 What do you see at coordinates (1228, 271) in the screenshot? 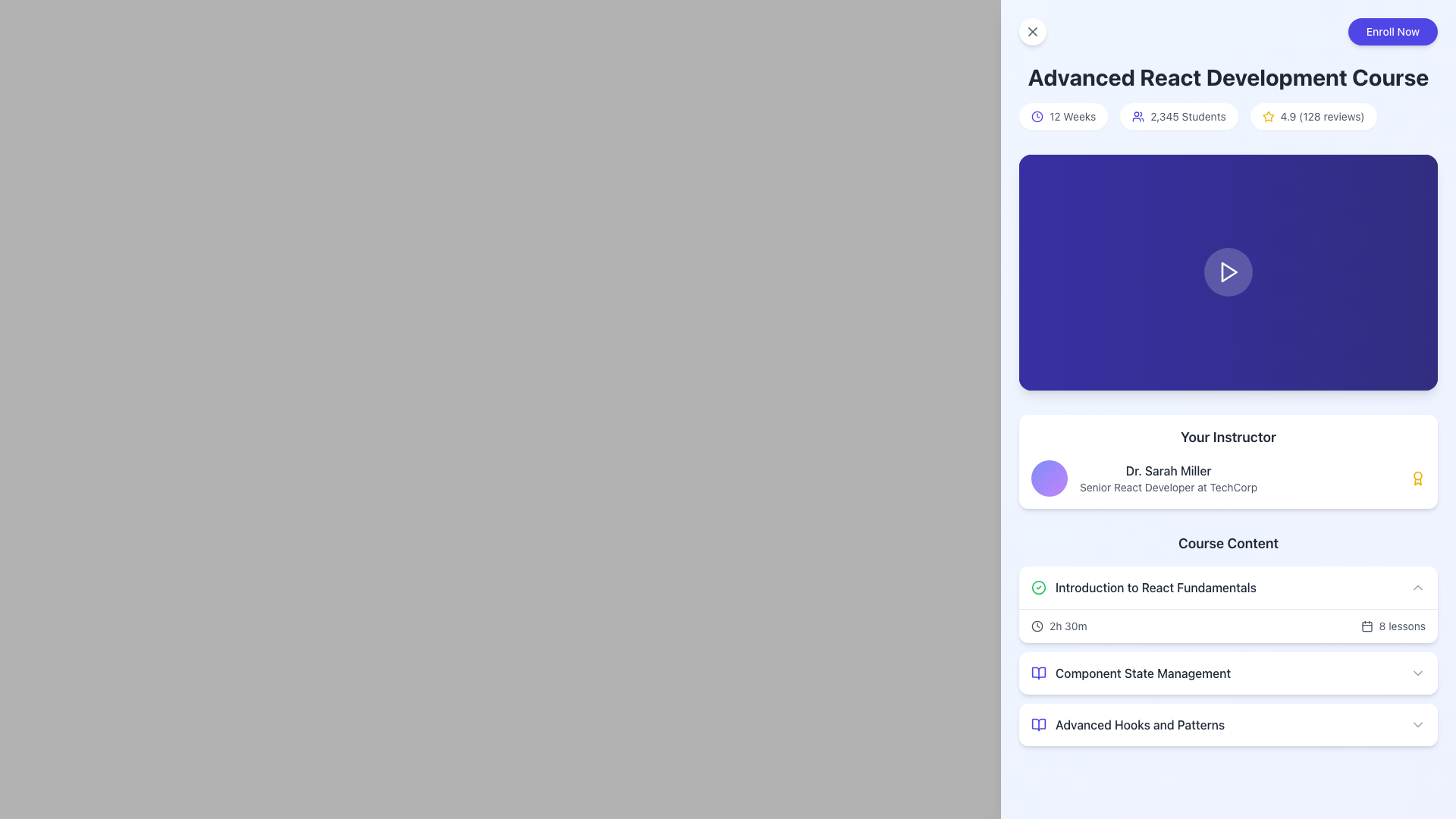
I see `the play button located centrally within the course video preview section` at bounding box center [1228, 271].